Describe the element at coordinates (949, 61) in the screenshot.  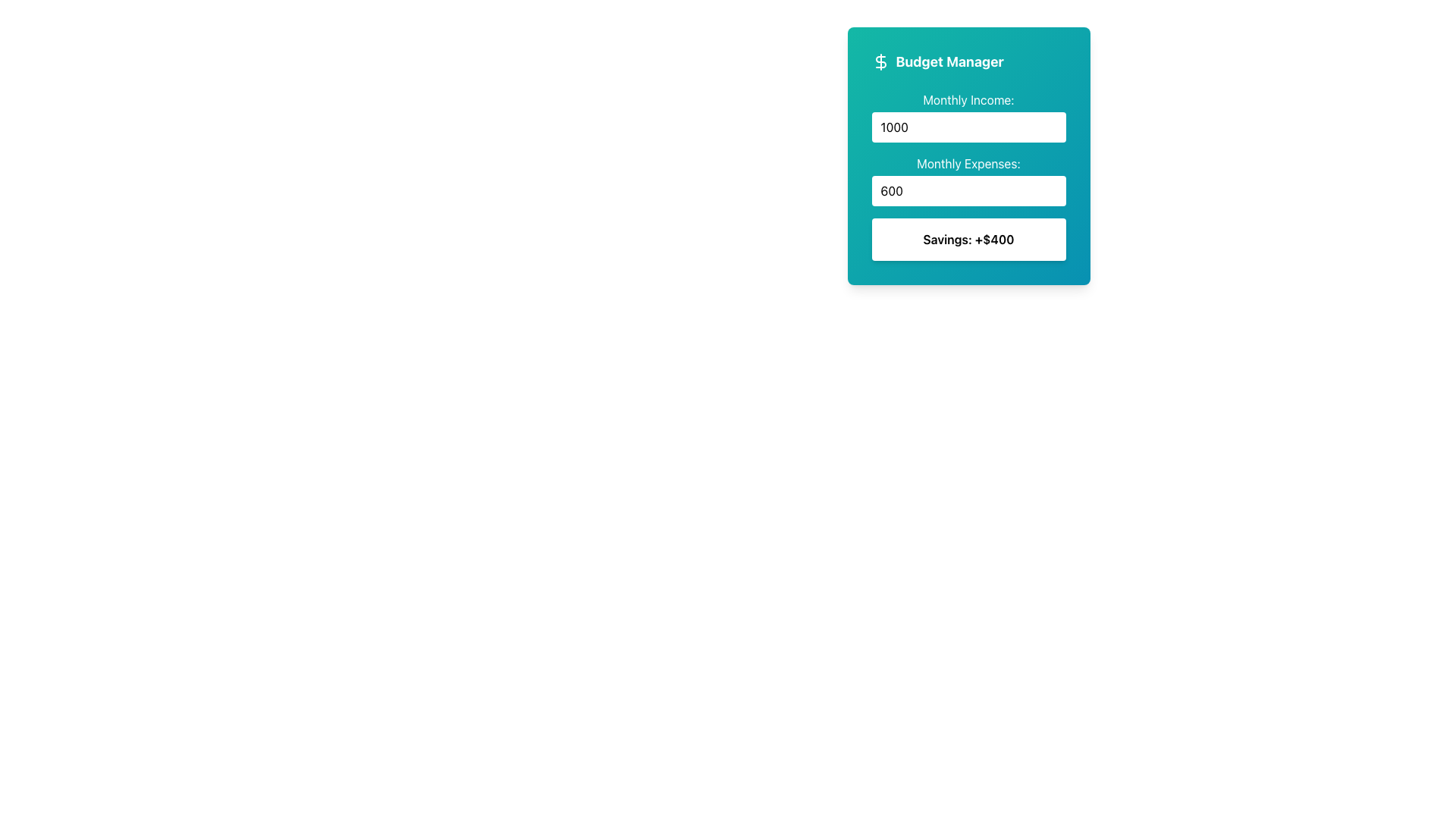
I see `the budget management title text label located at the top of the form layout, aligned to the right of the dollar sign icon` at that location.